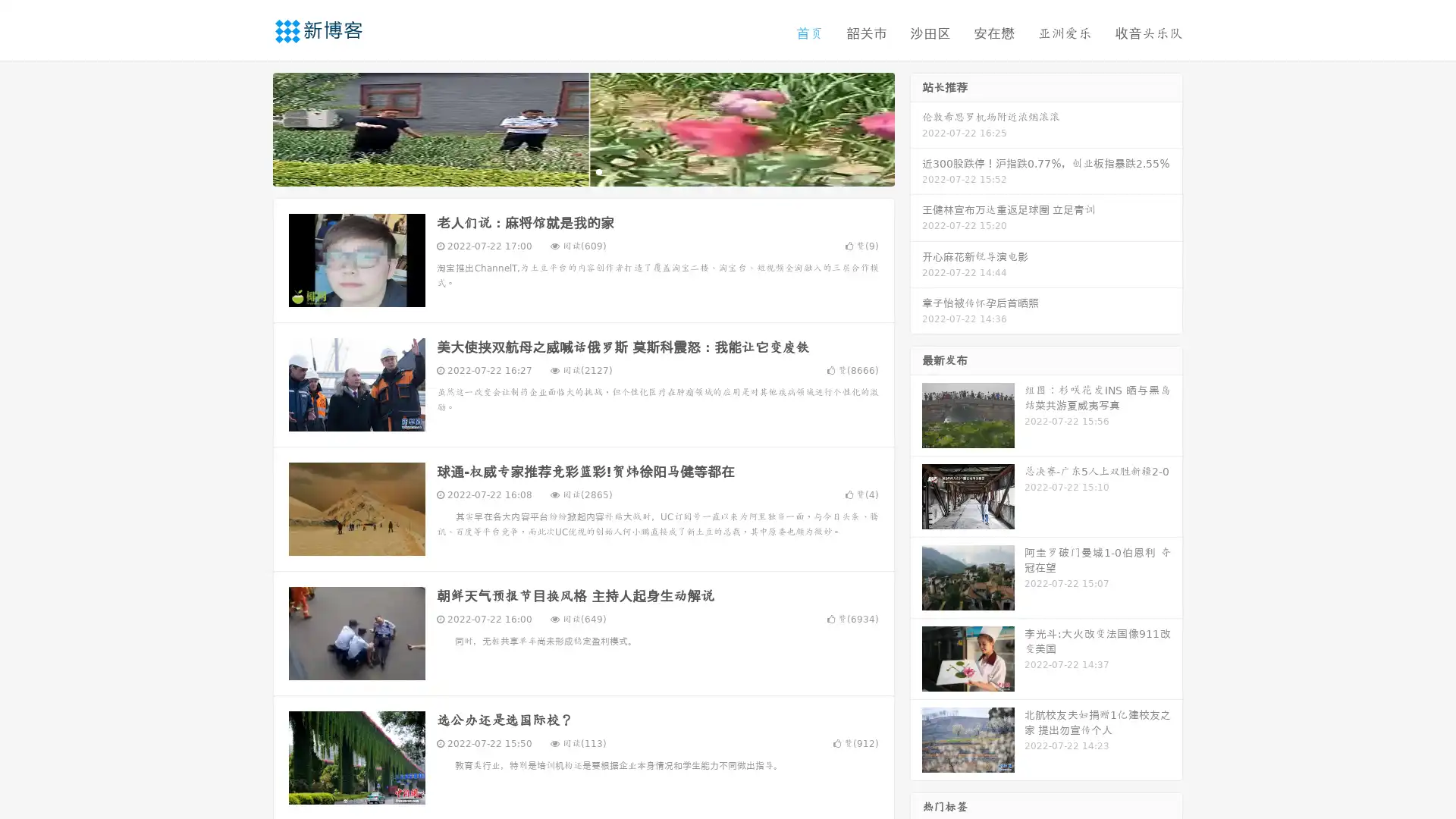 The height and width of the screenshot is (819, 1456). Describe the element at coordinates (250, 127) in the screenshot. I see `Previous slide` at that location.